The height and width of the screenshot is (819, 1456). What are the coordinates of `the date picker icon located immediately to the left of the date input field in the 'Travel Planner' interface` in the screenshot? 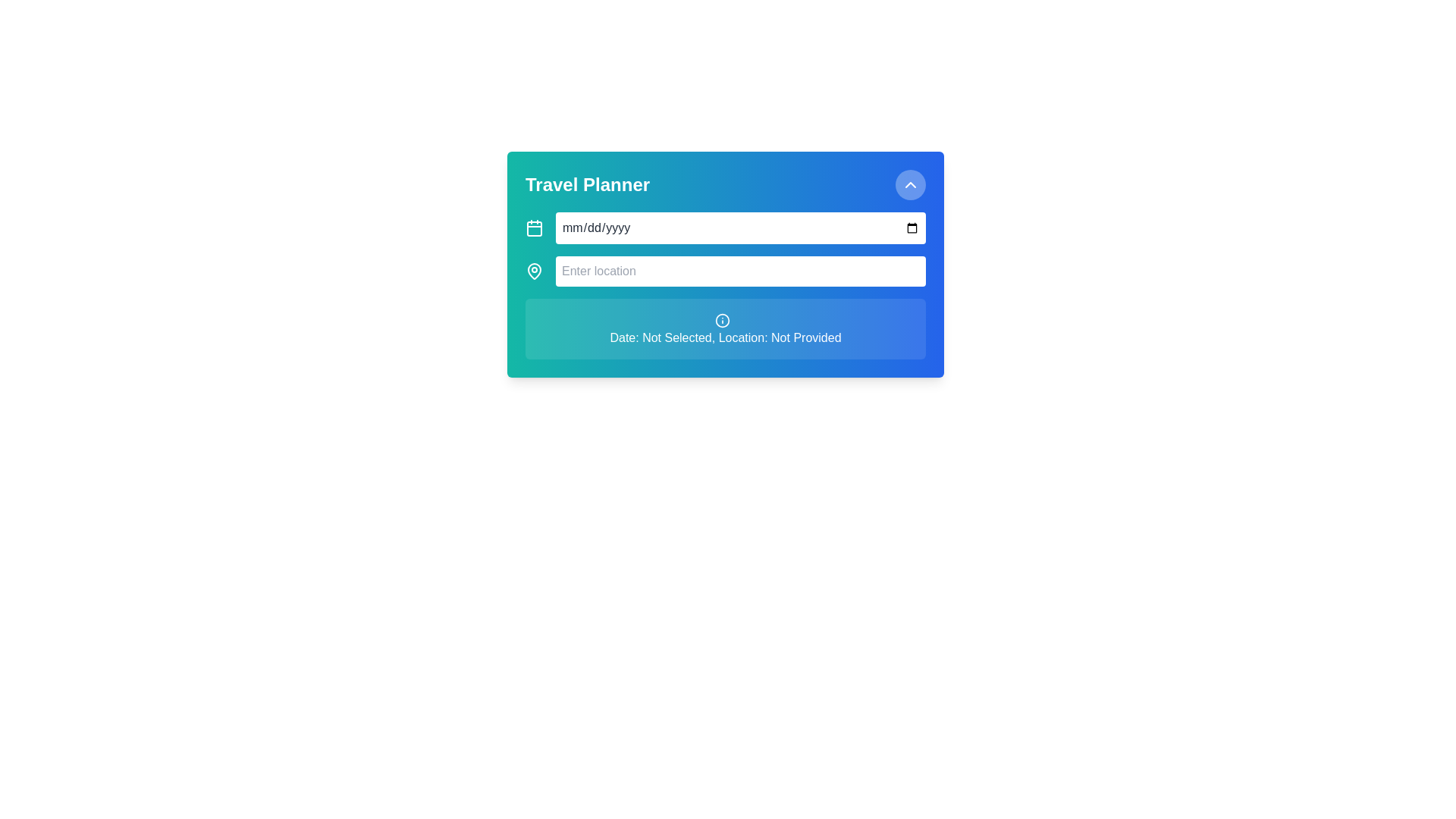 It's located at (535, 227).